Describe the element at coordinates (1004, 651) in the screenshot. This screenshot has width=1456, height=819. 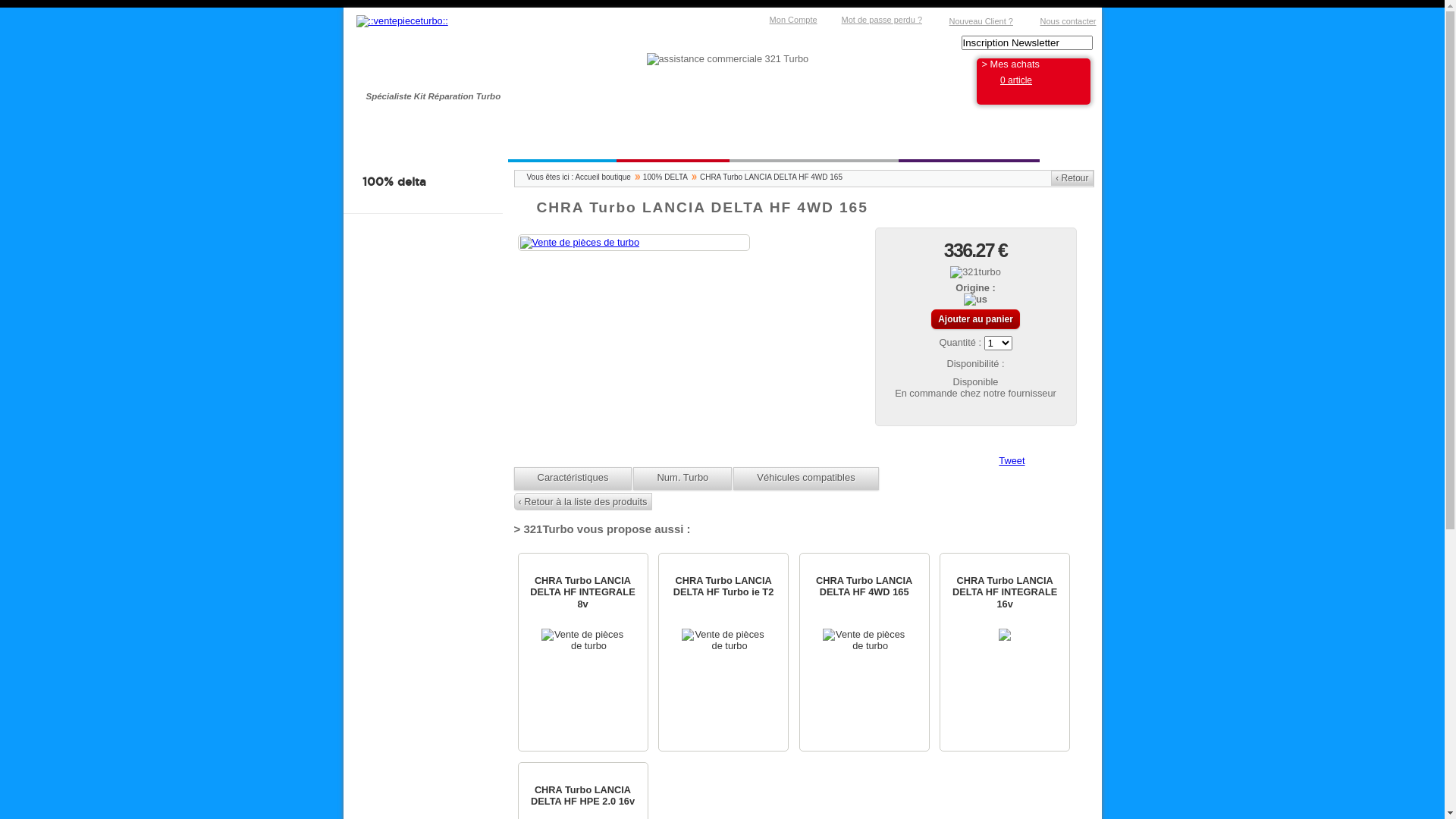
I see `'CHRA Turbo LANCIA DELTA HF INTEGRALE 16v'` at that location.